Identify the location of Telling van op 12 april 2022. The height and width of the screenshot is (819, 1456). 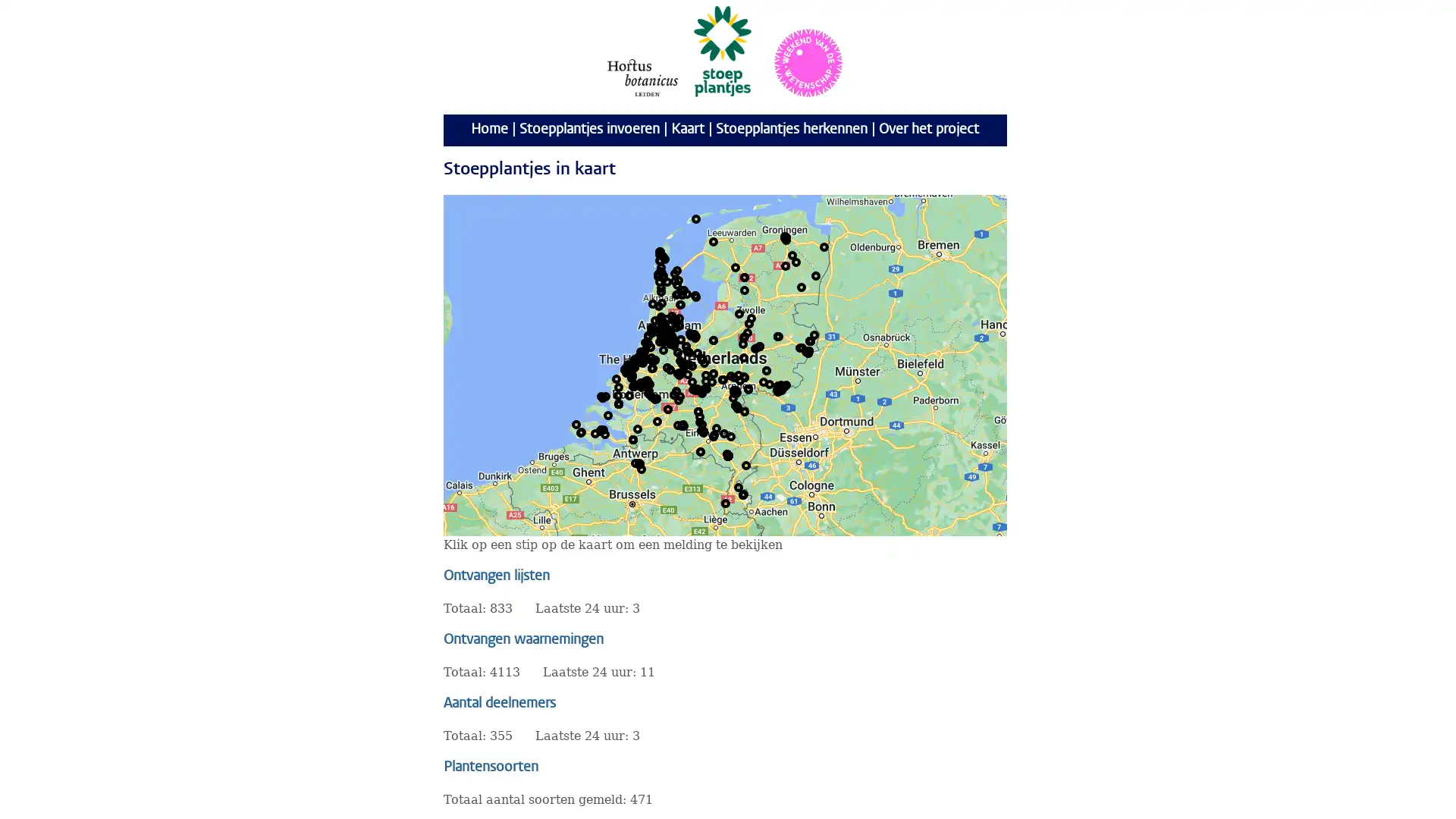
(666, 318).